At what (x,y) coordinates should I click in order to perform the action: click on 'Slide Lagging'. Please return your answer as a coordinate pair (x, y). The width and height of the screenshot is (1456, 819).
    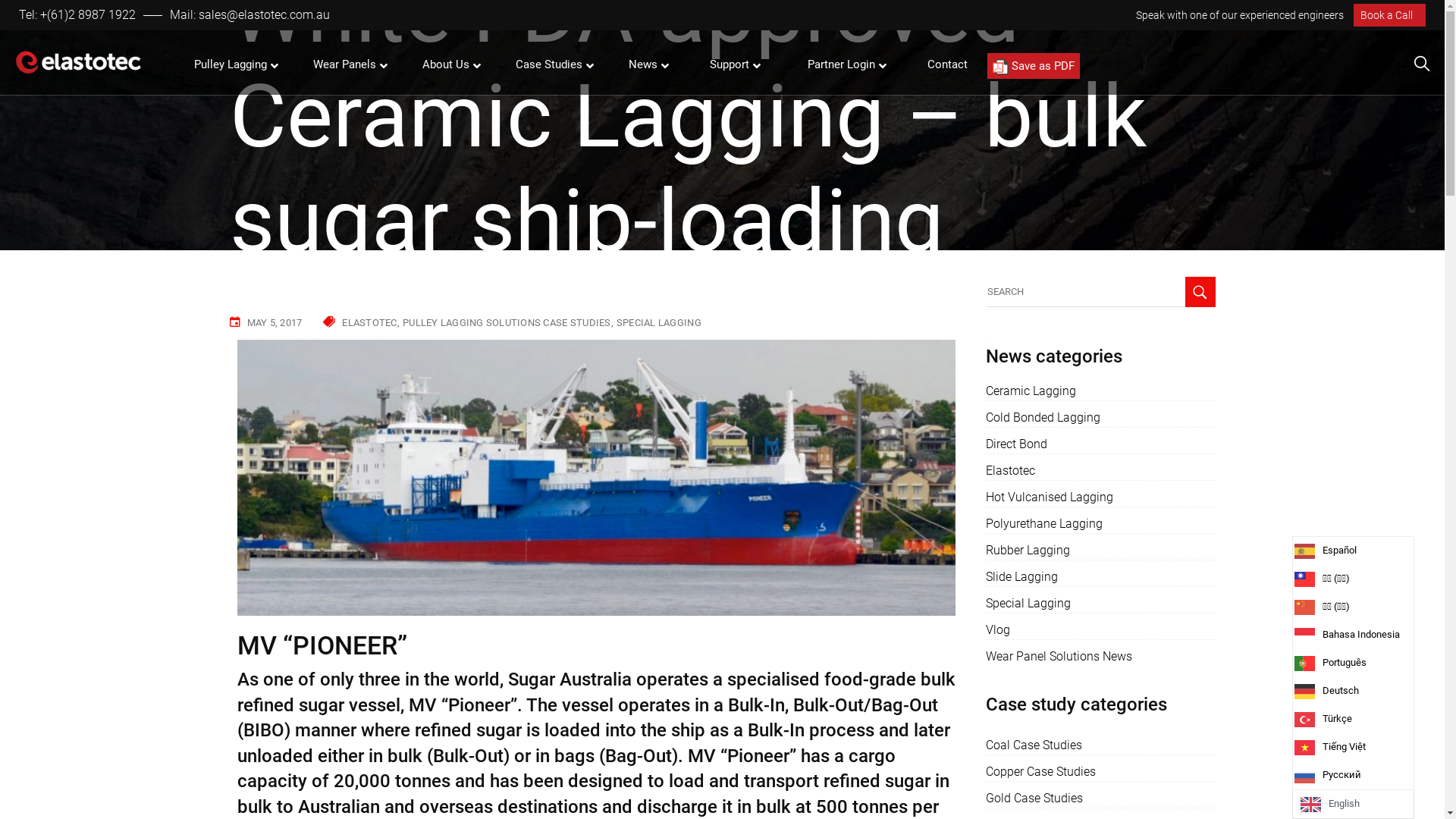
    Looking at the image, I should click on (1021, 576).